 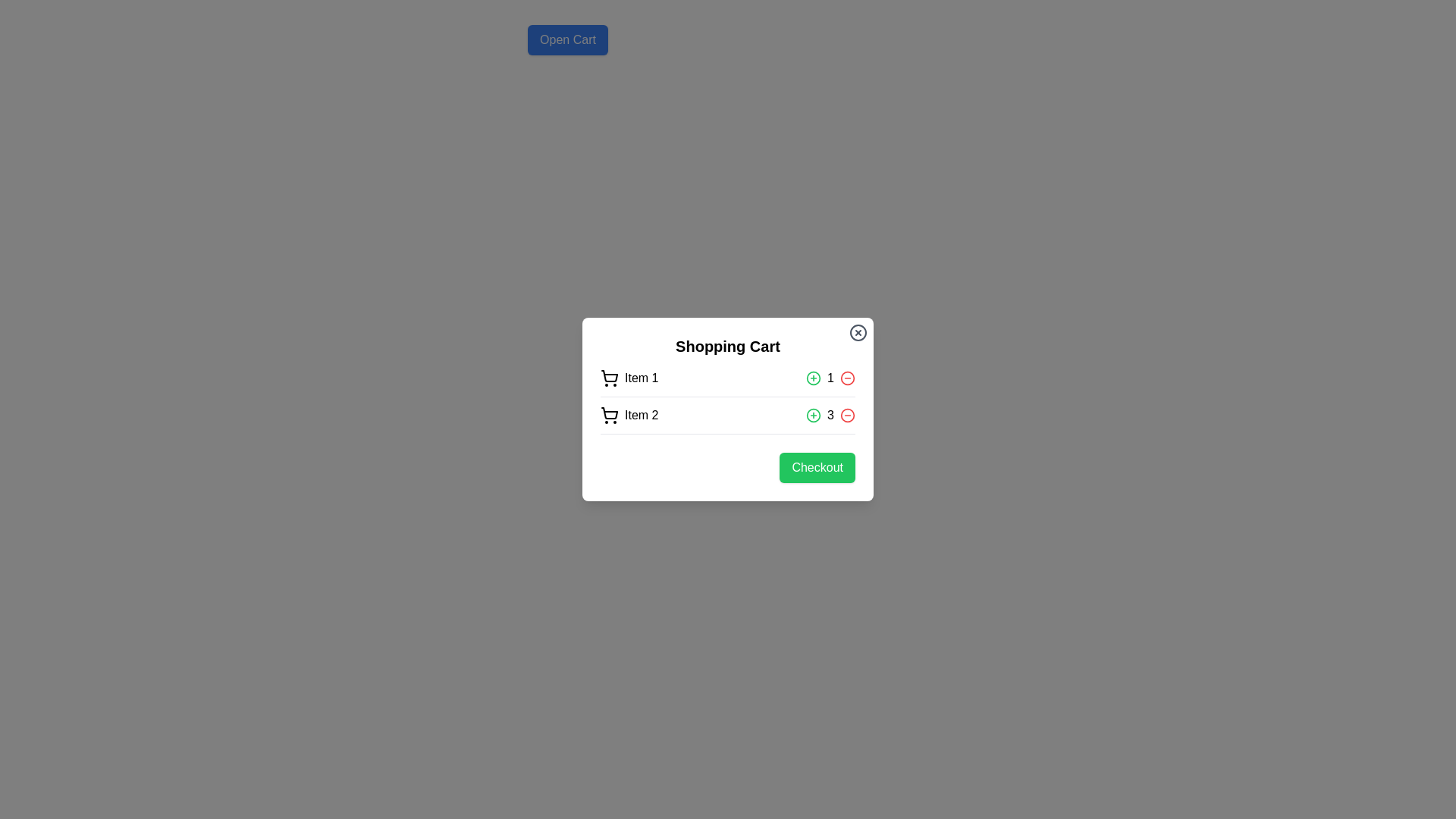 What do you see at coordinates (830, 415) in the screenshot?
I see `the static text element displaying the number '3' in the quantity control group for 'Item 2' in the shopping cart section` at bounding box center [830, 415].